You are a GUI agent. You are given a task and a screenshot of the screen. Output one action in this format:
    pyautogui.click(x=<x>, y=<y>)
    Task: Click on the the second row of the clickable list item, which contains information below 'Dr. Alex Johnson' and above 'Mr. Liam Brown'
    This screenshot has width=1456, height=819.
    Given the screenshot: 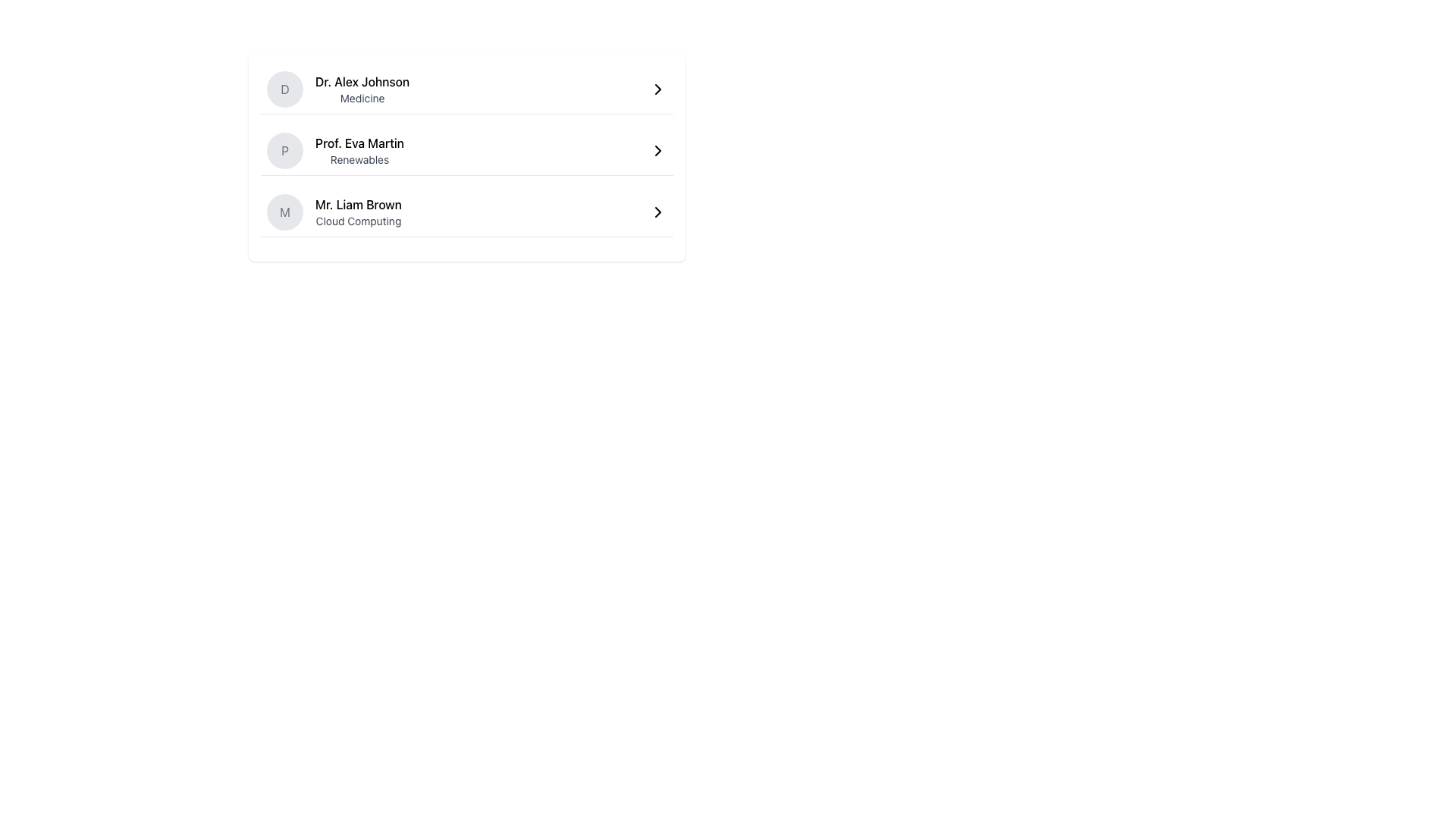 What is the action you would take?
    pyautogui.click(x=466, y=157)
    